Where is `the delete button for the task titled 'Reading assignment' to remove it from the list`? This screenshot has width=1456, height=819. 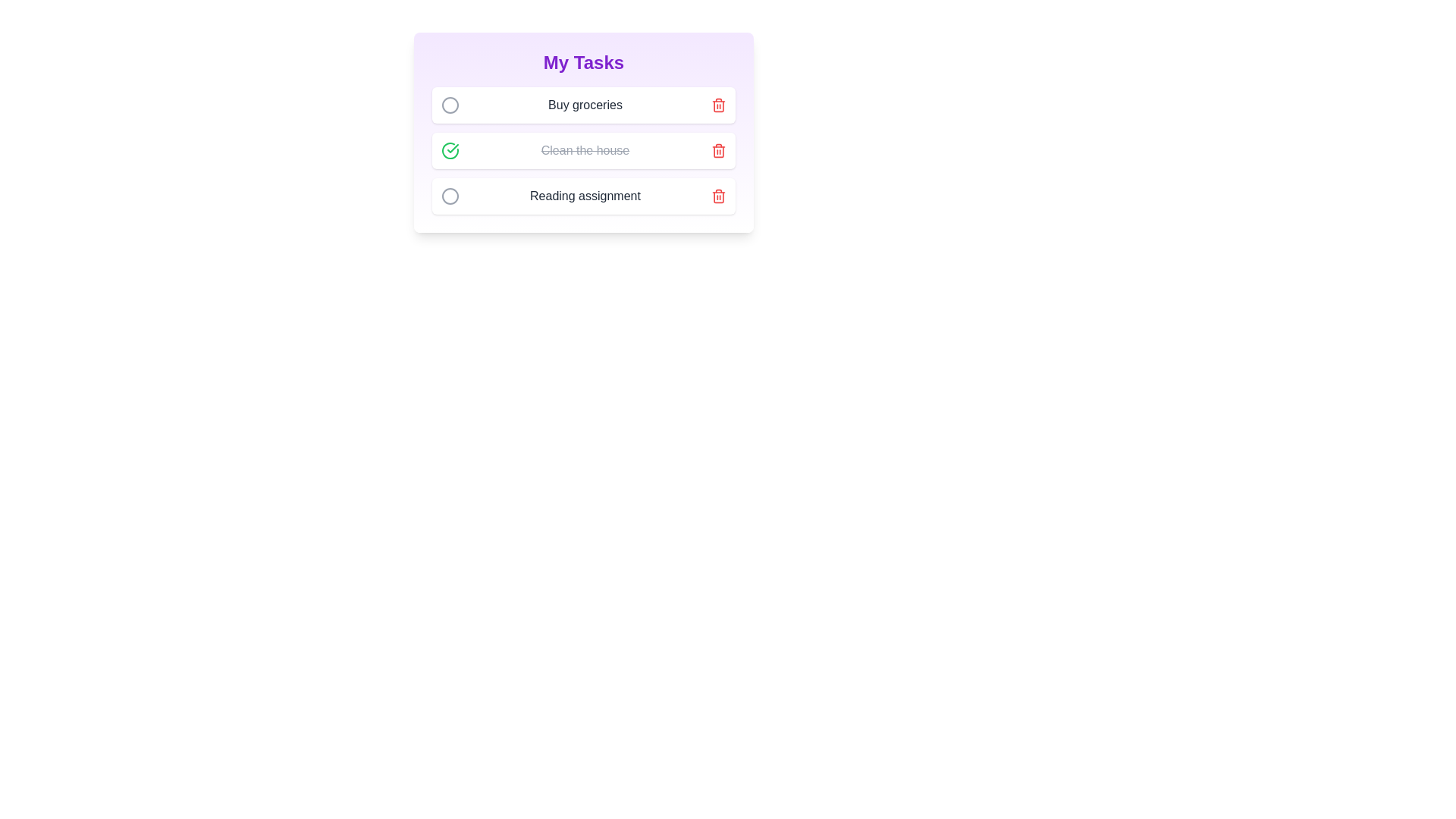 the delete button for the task titled 'Reading assignment' to remove it from the list is located at coordinates (718, 195).